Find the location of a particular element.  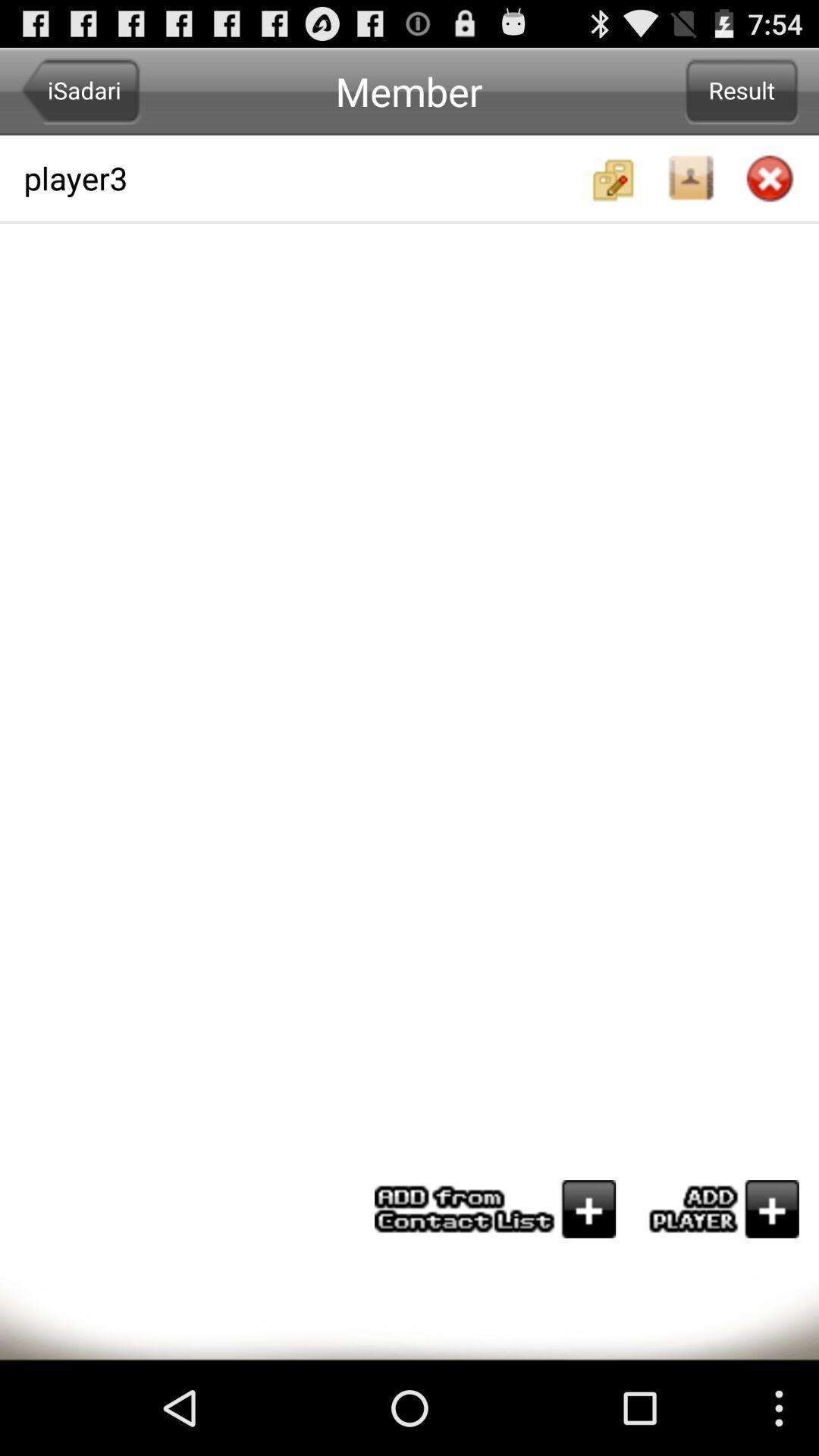

add from contact list is located at coordinates (495, 1208).